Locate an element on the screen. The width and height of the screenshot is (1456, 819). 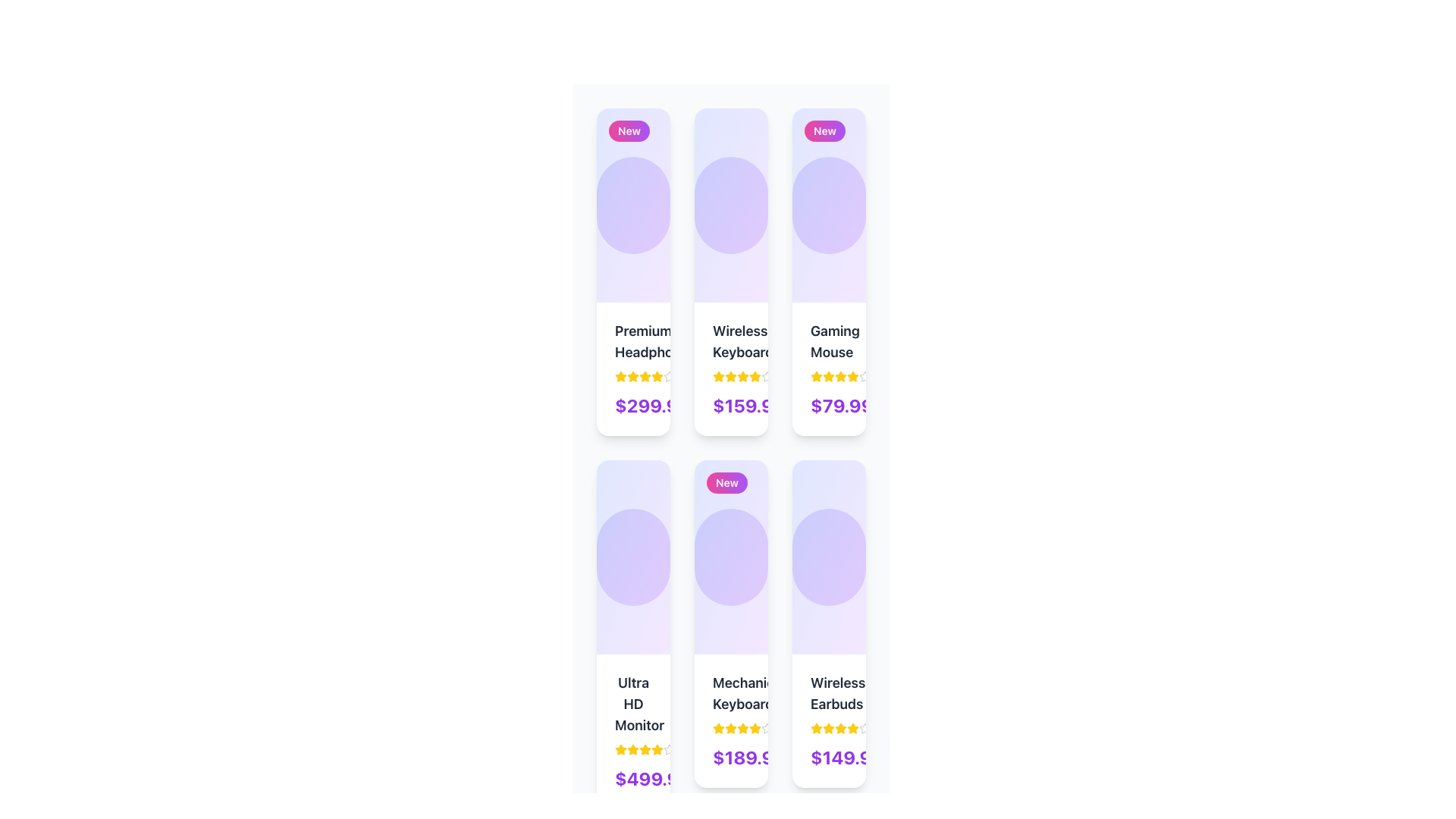
the fifth star in the rating widget for the 'Wireless Earbuds' product card is located at coordinates (865, 727).